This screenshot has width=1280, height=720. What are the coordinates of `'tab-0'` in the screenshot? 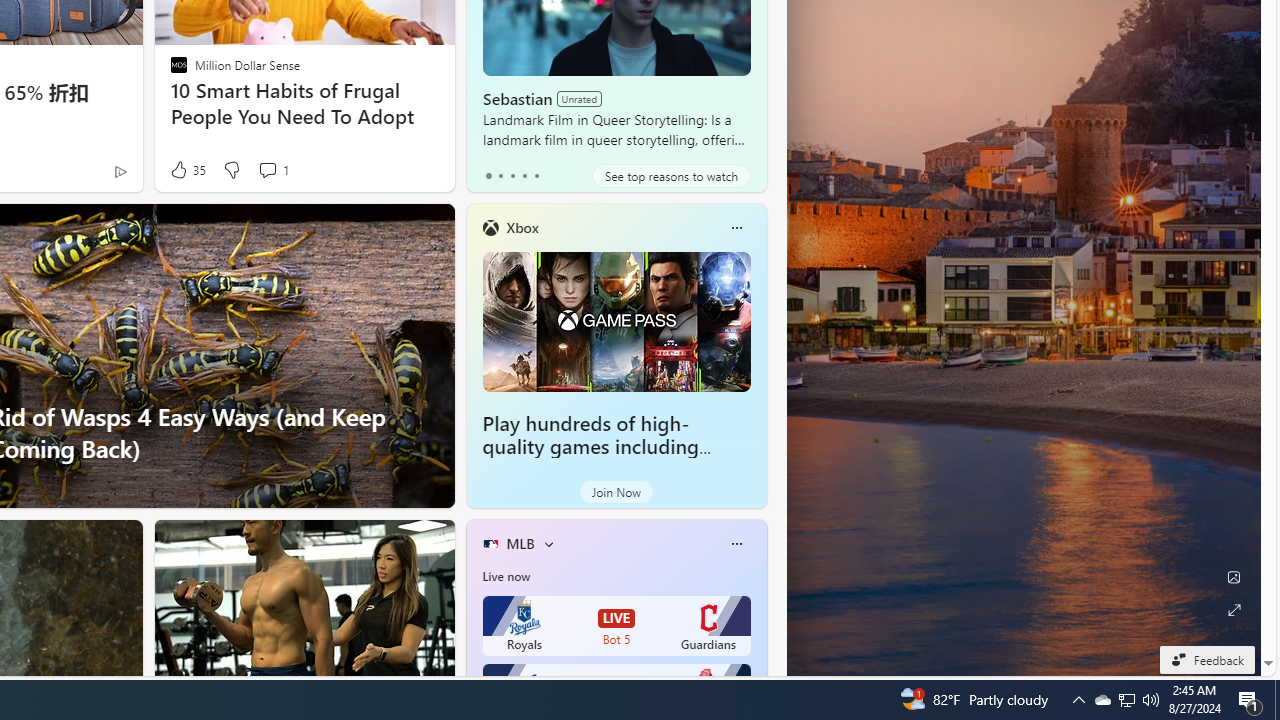 It's located at (488, 175).